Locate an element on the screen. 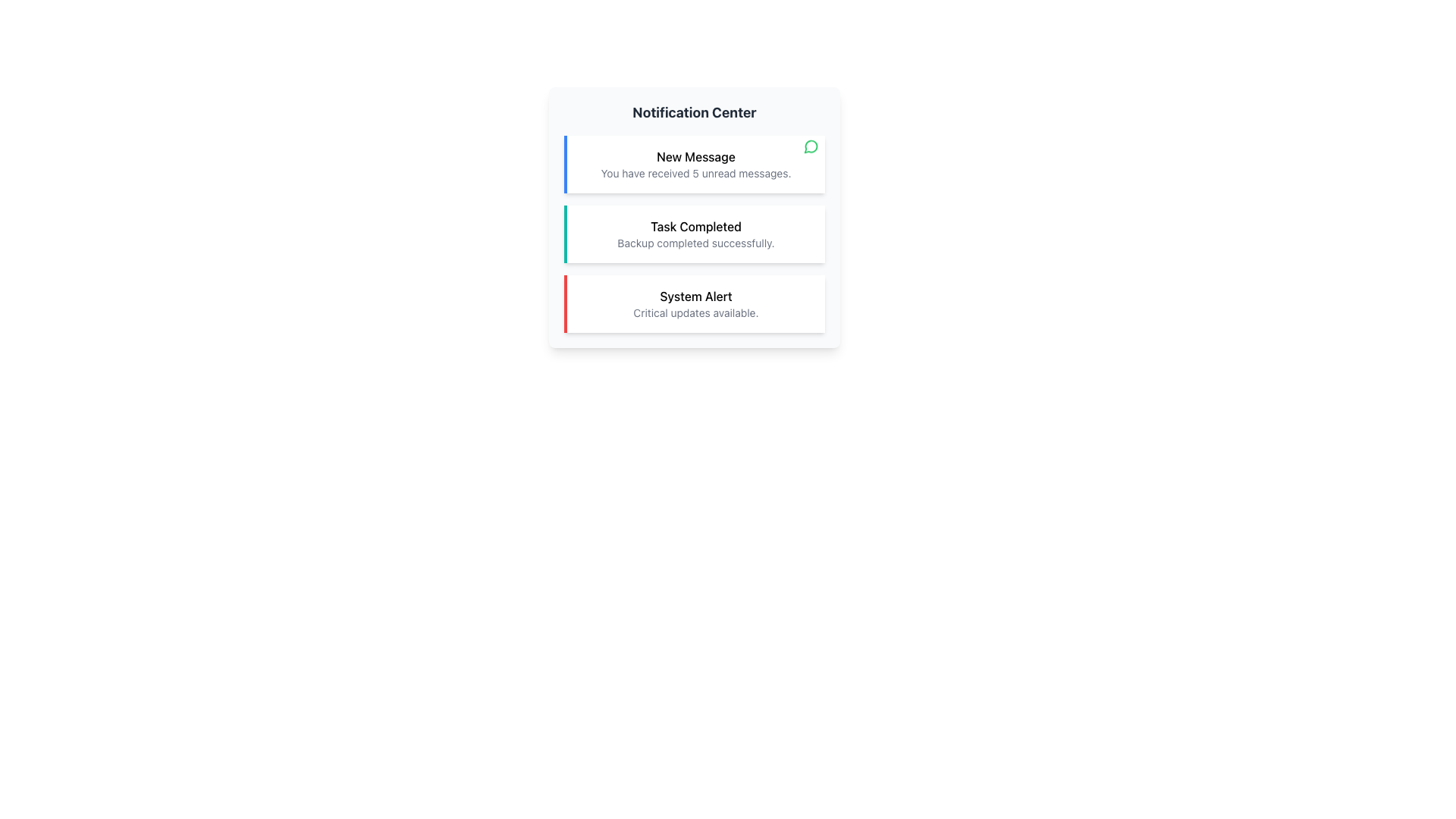  the first notification card in the notification center to read the details of the five unread messages is located at coordinates (694, 164).